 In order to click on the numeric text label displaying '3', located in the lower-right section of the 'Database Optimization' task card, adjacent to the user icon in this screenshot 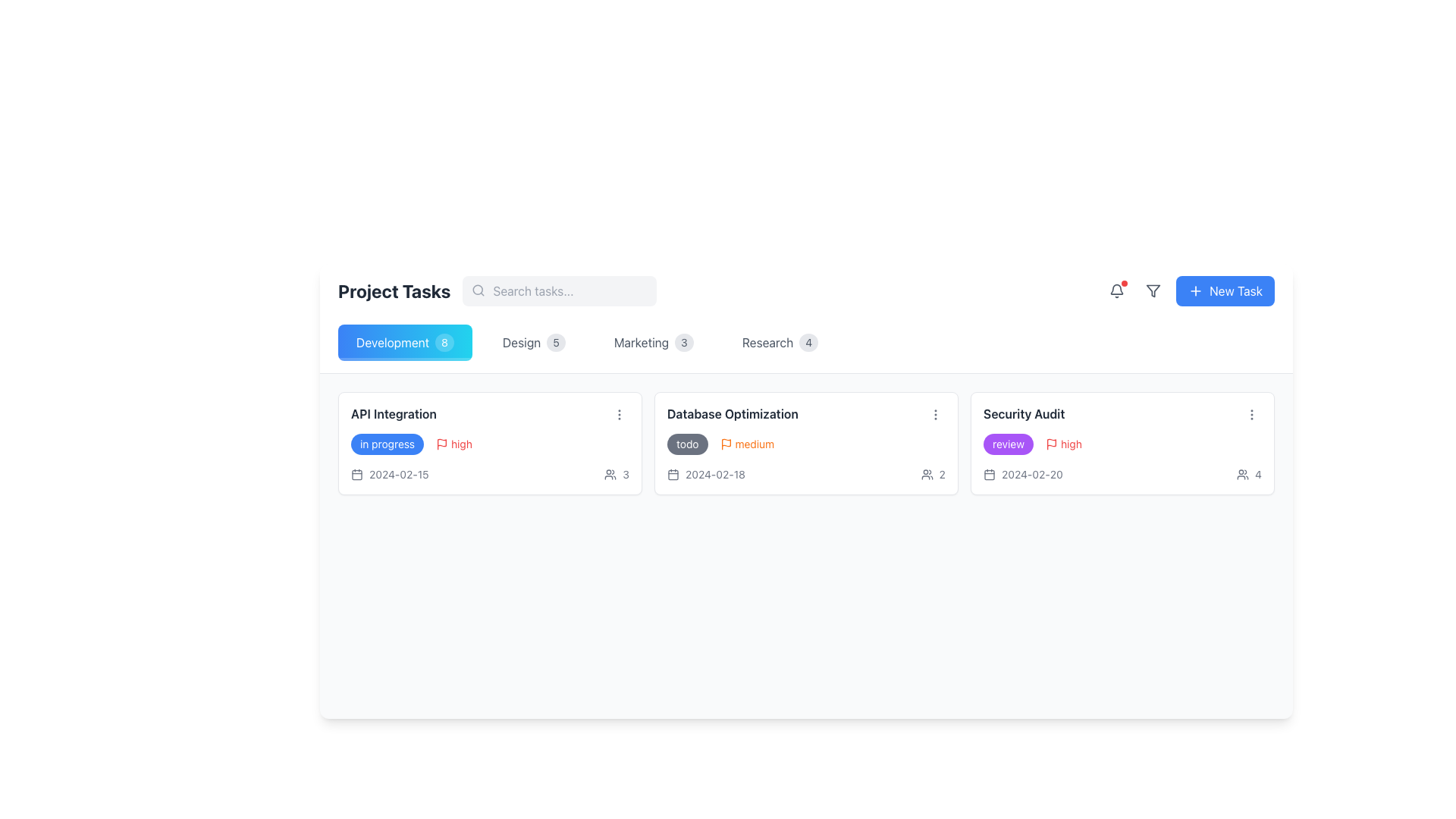, I will do `click(626, 473)`.